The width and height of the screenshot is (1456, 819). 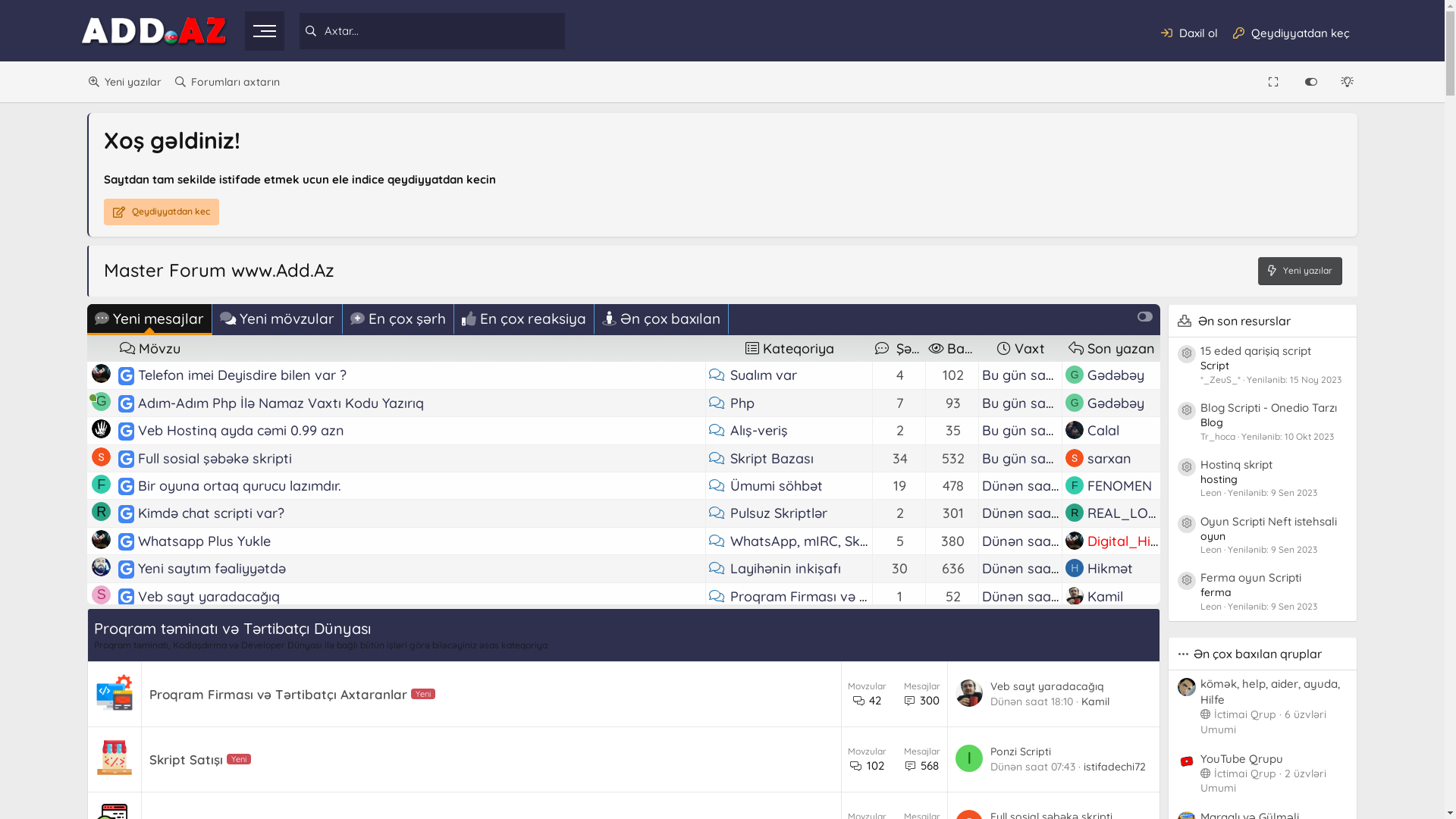 What do you see at coordinates (100, 676) in the screenshot?
I see `'G'` at bounding box center [100, 676].